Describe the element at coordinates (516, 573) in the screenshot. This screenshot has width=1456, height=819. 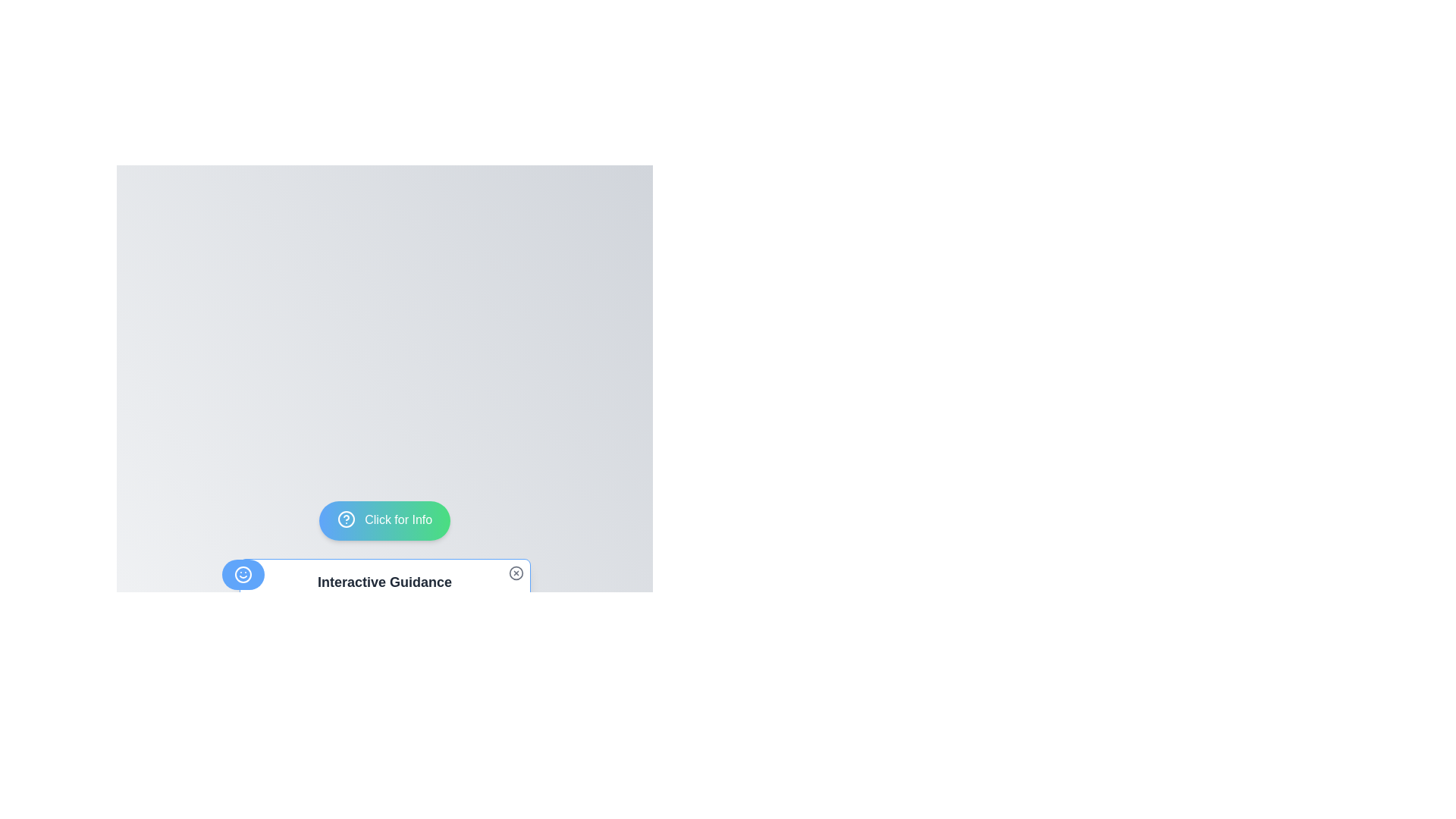
I see `the small circular icon with a cross inside it, located at the top-right corner of the 'Interactive Guidance' card` at that location.